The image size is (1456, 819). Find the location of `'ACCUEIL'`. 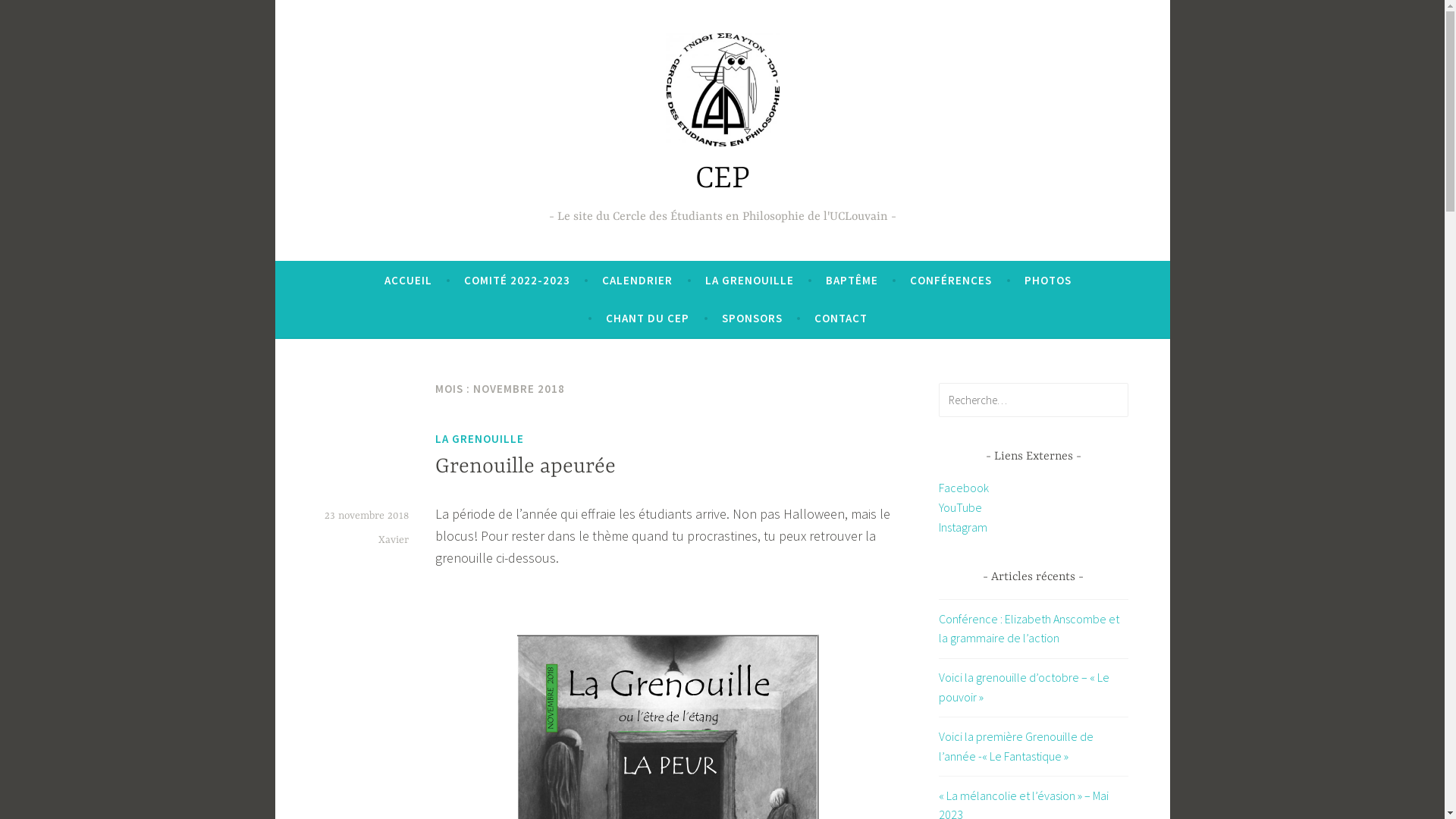

'ACCUEIL' is located at coordinates (408, 281).